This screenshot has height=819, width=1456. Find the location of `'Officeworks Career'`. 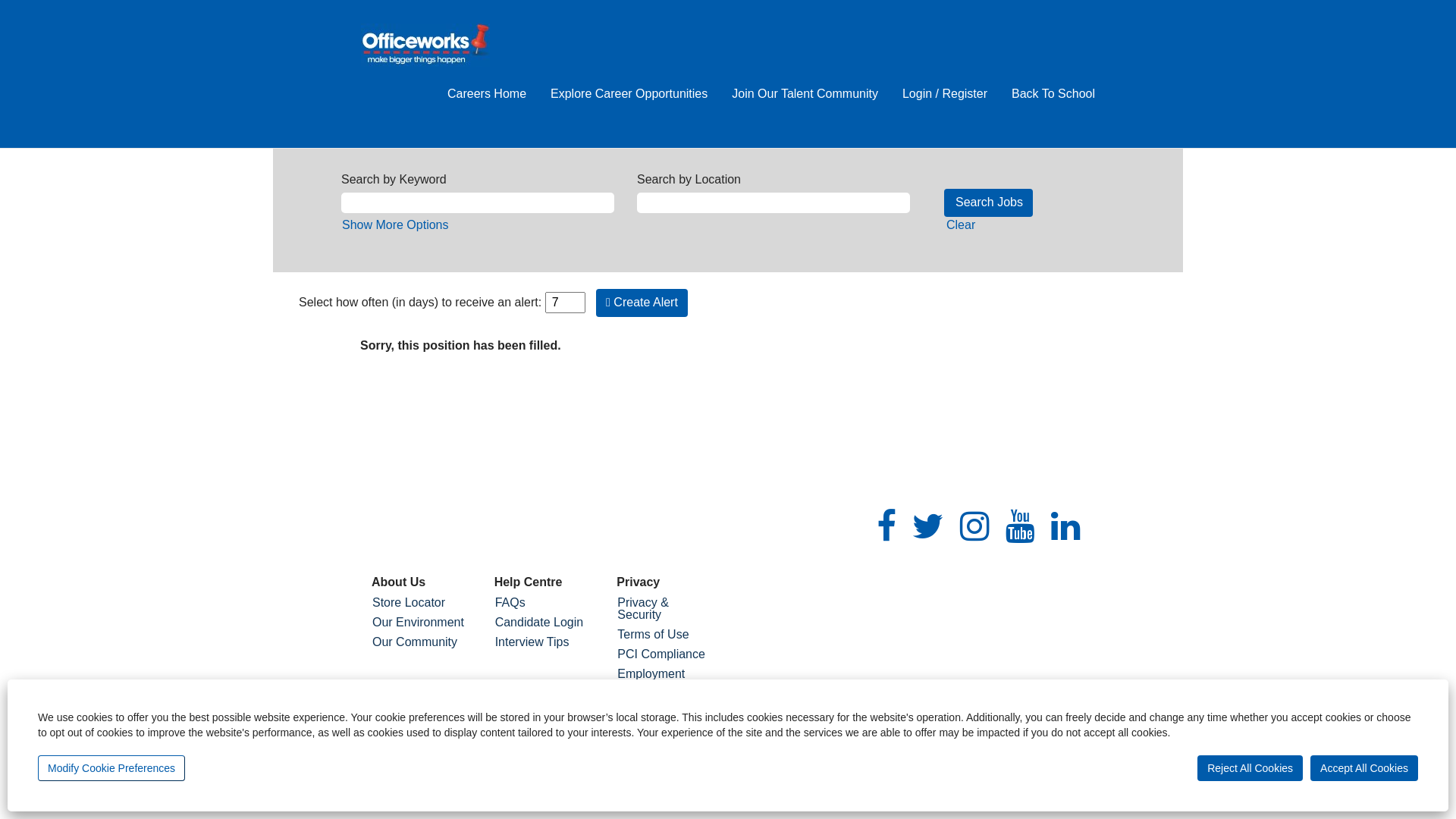

'Officeworks Career' is located at coordinates (425, 44).